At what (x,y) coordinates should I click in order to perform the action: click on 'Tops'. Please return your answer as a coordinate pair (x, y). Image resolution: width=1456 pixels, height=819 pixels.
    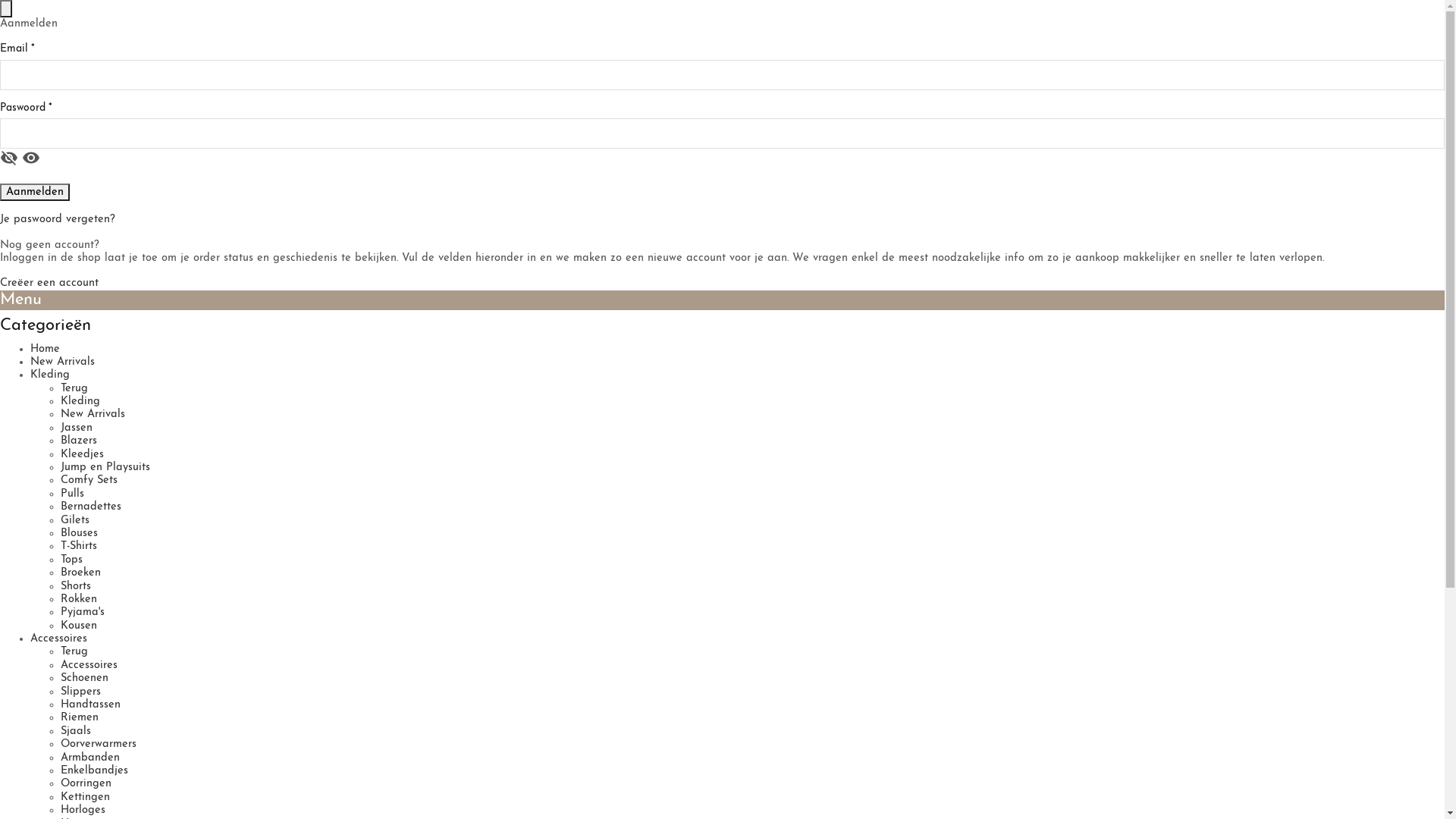
    Looking at the image, I should click on (61, 560).